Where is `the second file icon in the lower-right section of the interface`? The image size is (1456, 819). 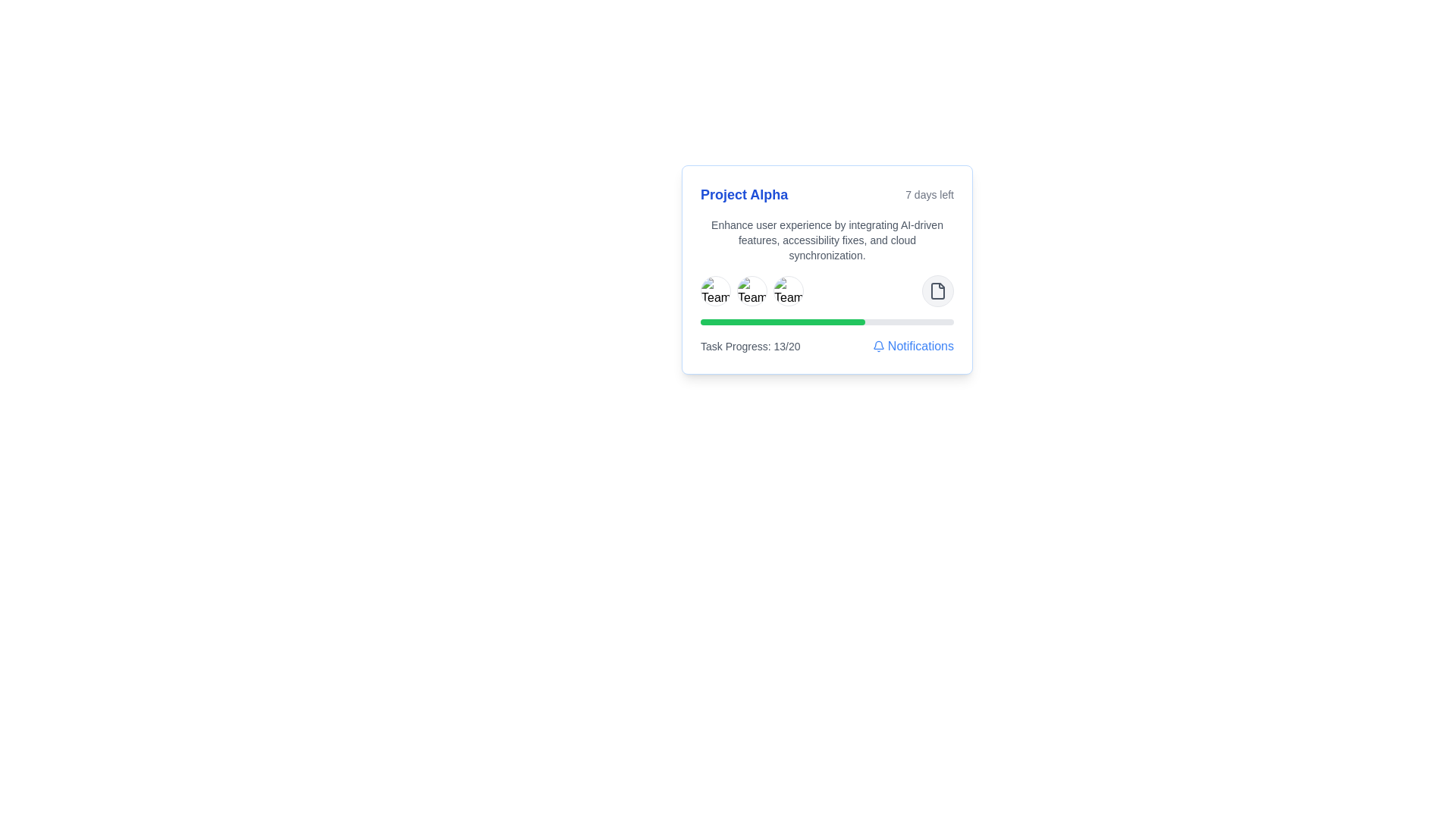 the second file icon in the lower-right section of the interface is located at coordinates (937, 291).